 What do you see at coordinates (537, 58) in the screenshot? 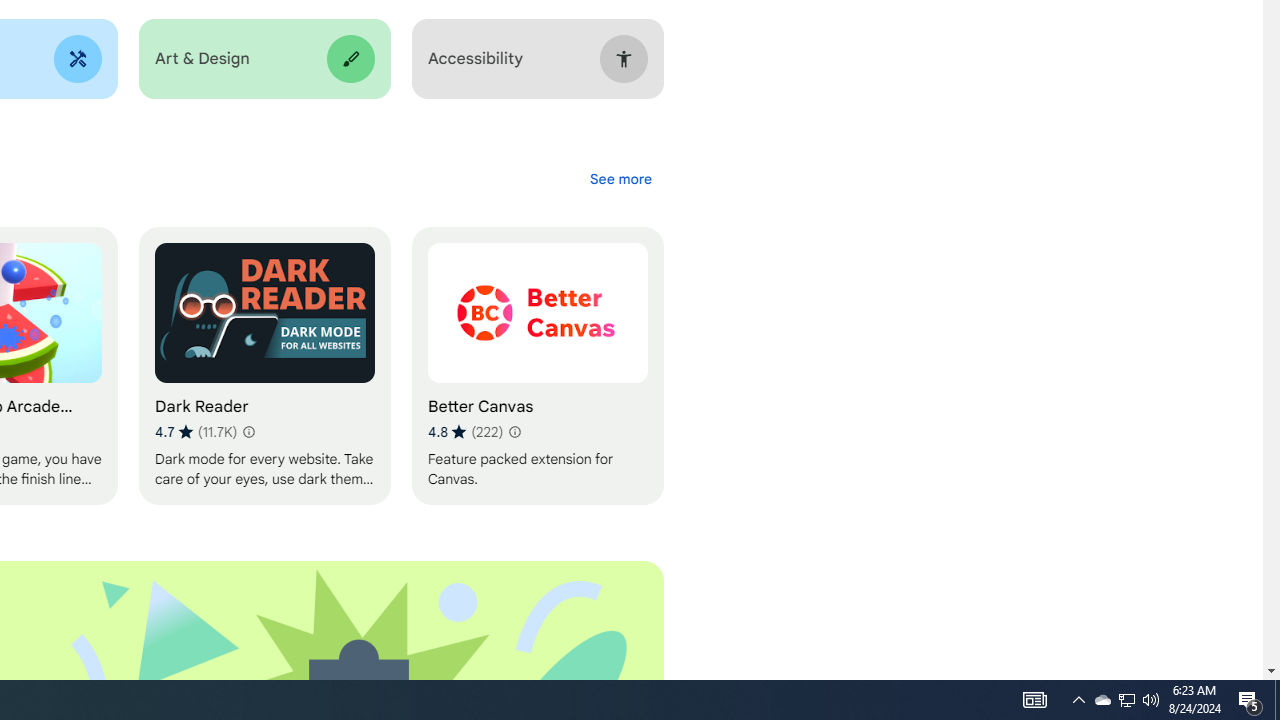
I see `'Accessibility'` at bounding box center [537, 58].